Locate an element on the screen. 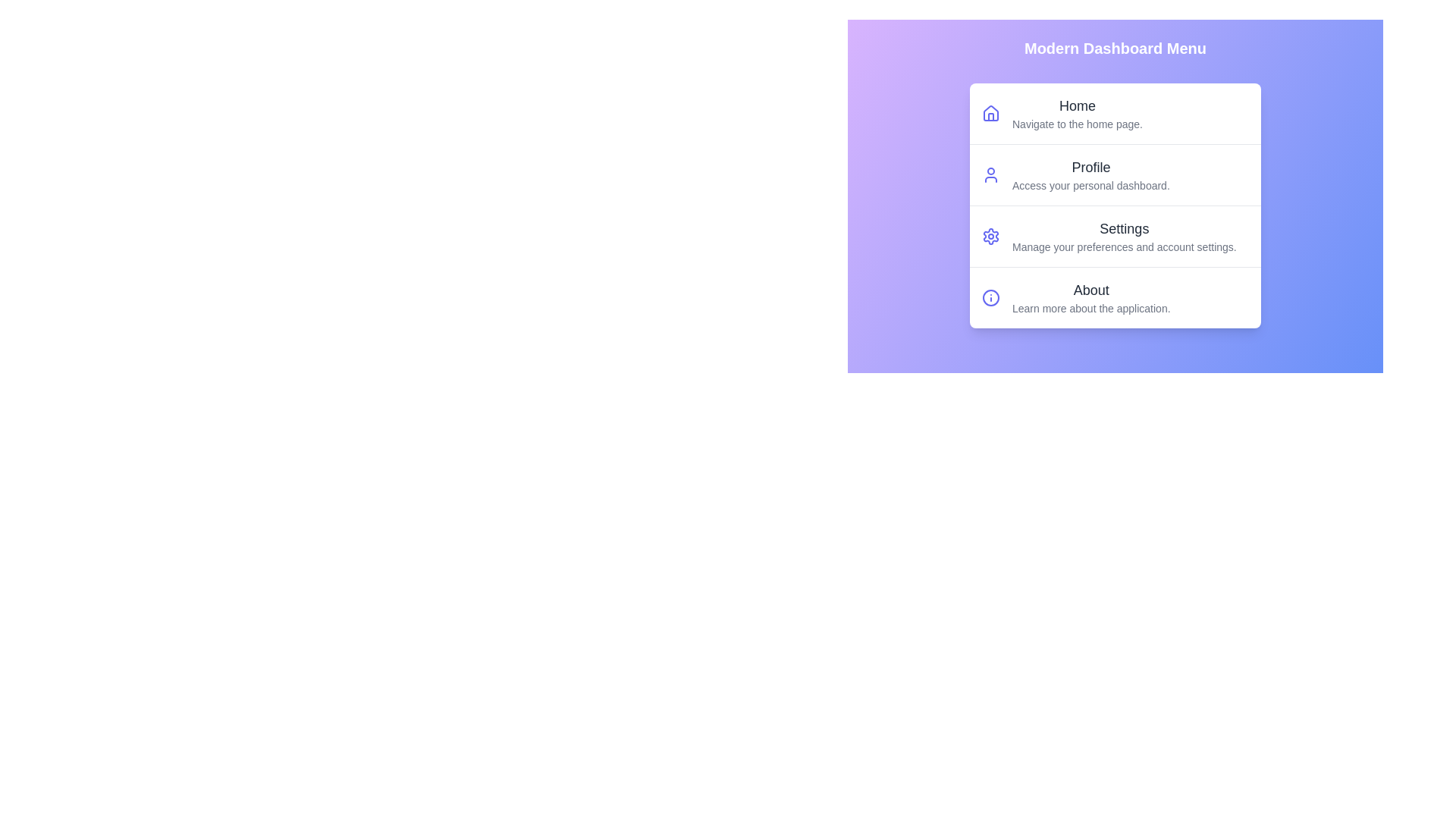  the menu item corresponding to Home is located at coordinates (1115, 113).